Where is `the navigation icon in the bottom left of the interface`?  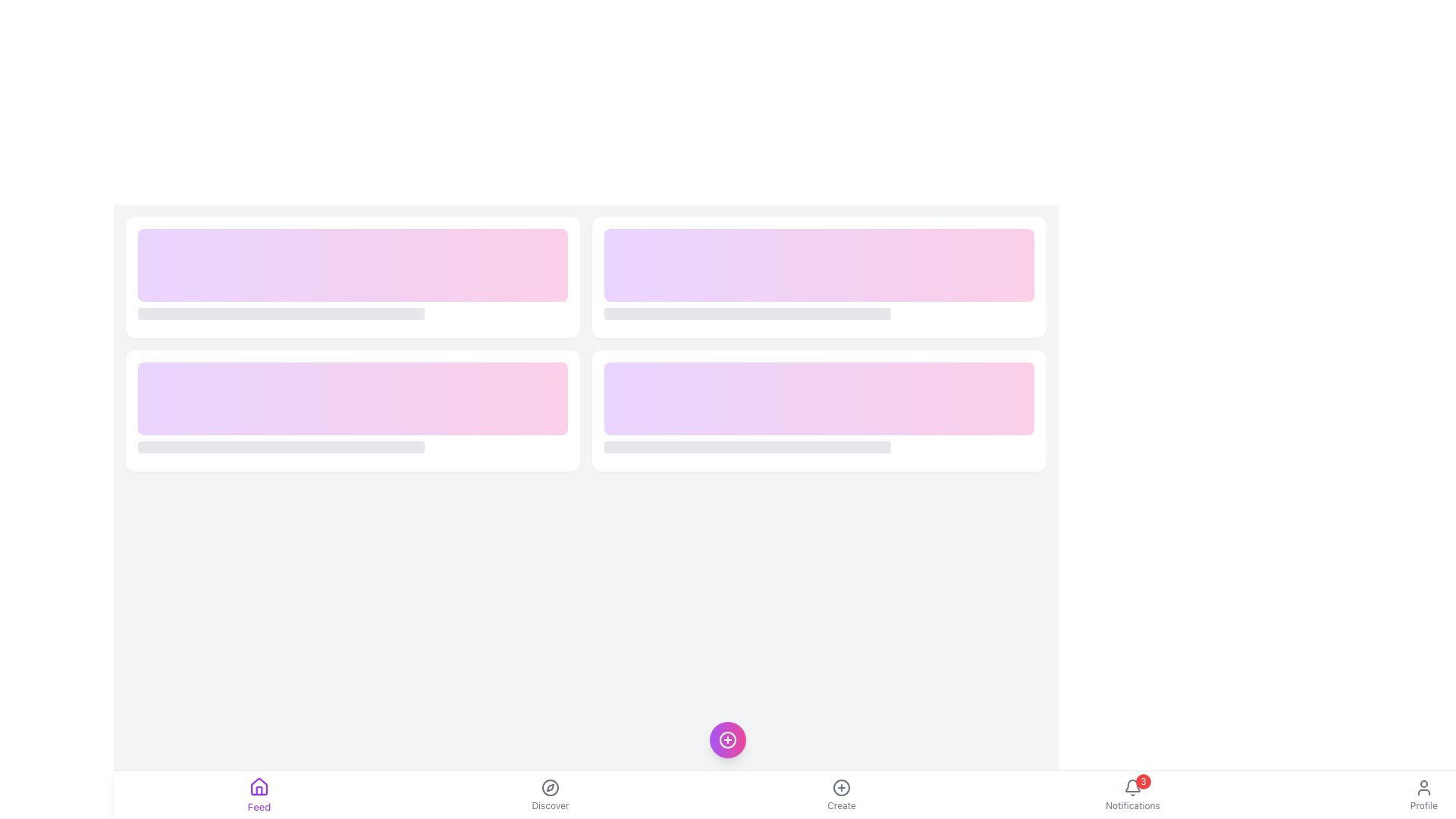 the navigation icon in the bottom left of the interface is located at coordinates (259, 786).